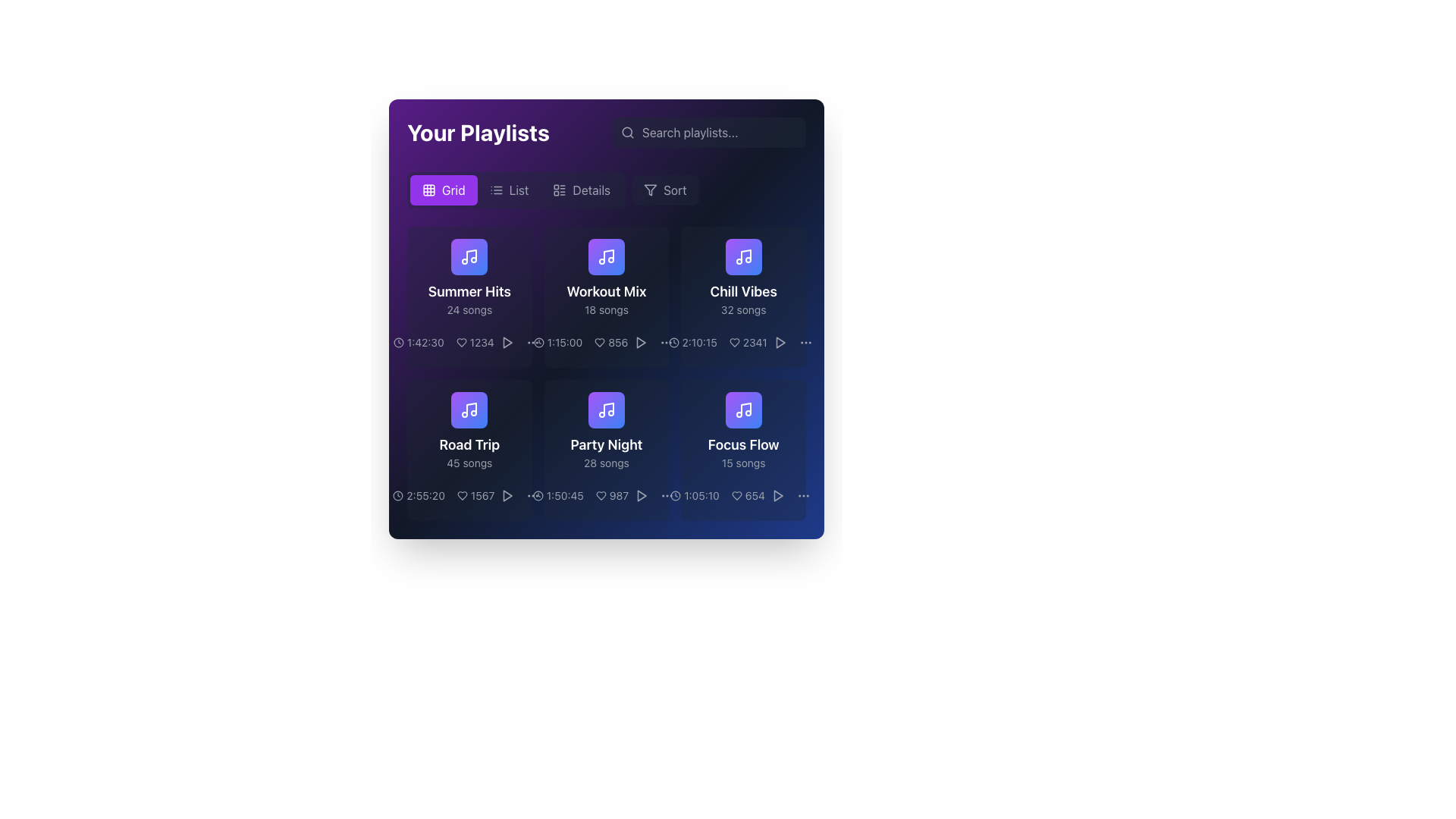 This screenshot has height=819, width=1456. What do you see at coordinates (667, 496) in the screenshot?
I see `the ellipsis icon for options in the bottom-right corner of the 'Focus Flow' playlist card` at bounding box center [667, 496].